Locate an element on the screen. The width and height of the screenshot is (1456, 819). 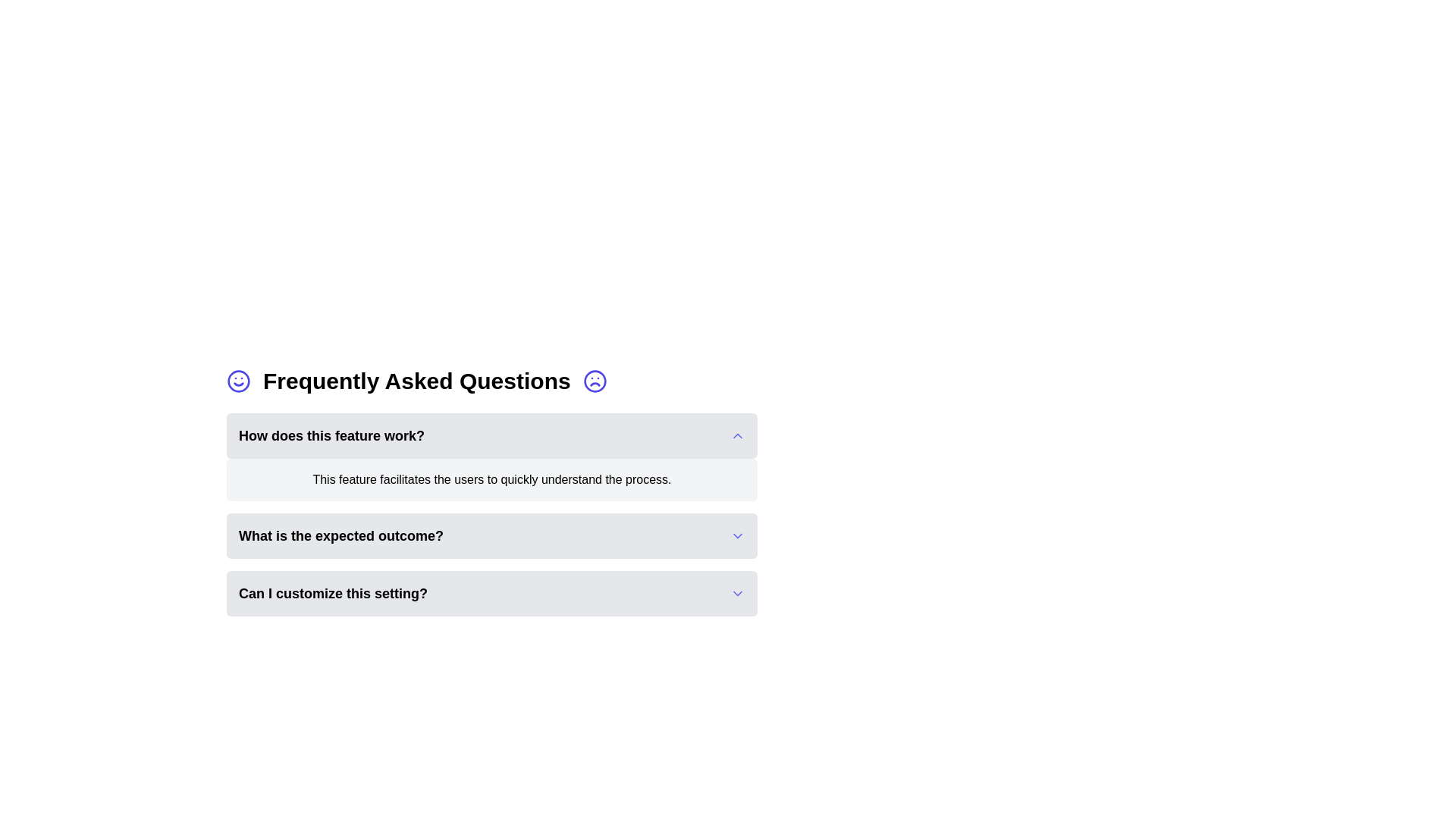
the frown expression circular icon with a purple outline, located to the right of the 'Frequently Asked Questions' text is located at coordinates (594, 380).